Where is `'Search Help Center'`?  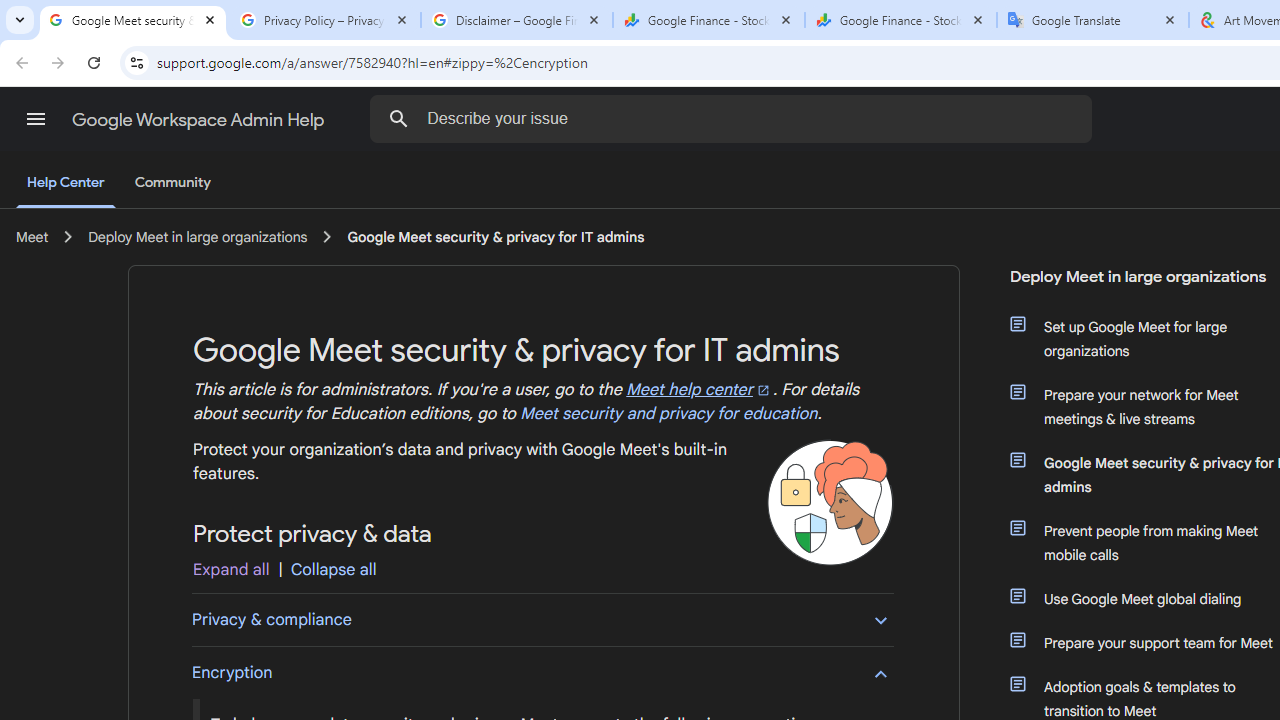
'Search Help Center' is located at coordinates (399, 118).